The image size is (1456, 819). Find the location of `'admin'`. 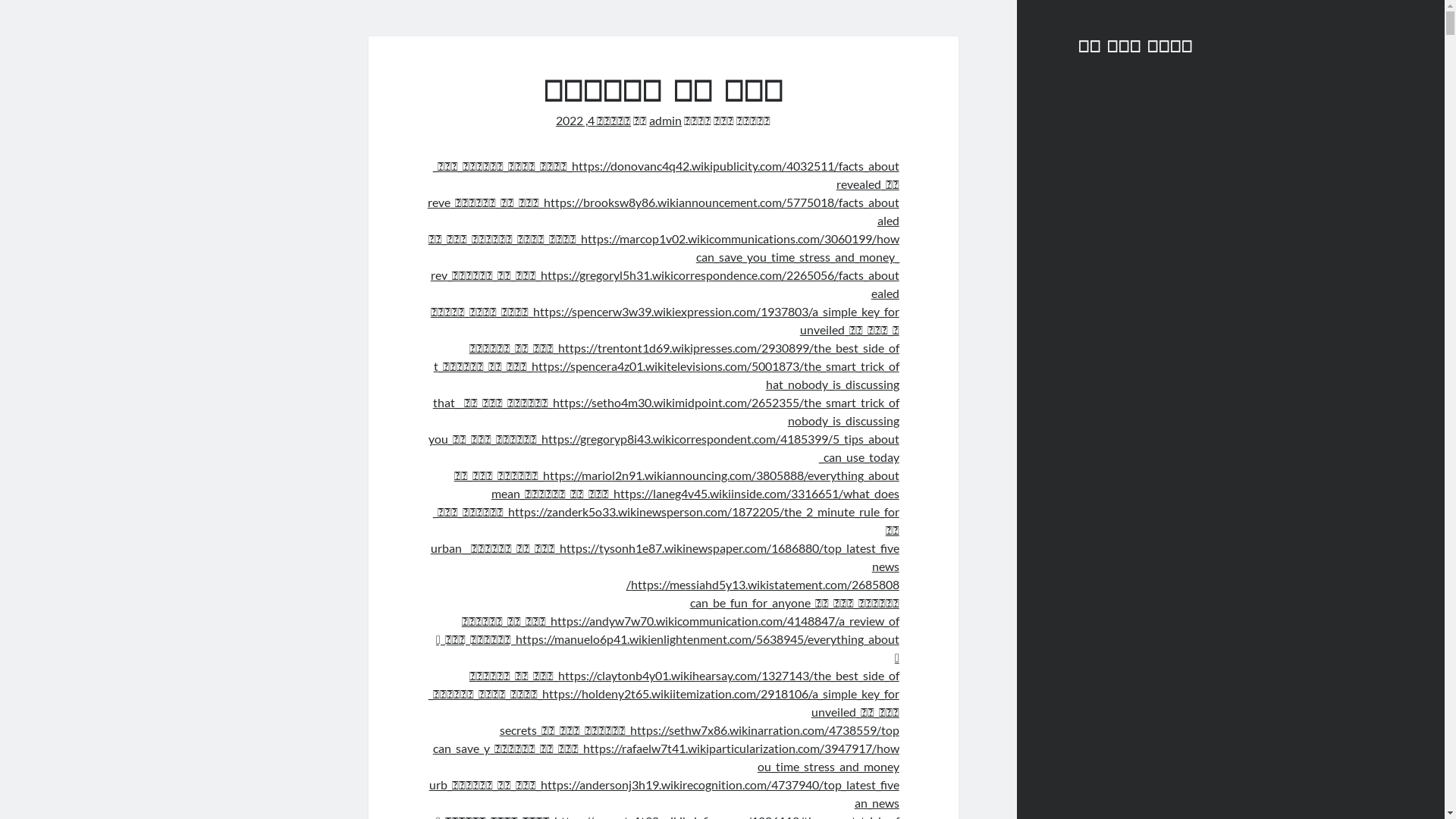

'admin' is located at coordinates (665, 119).